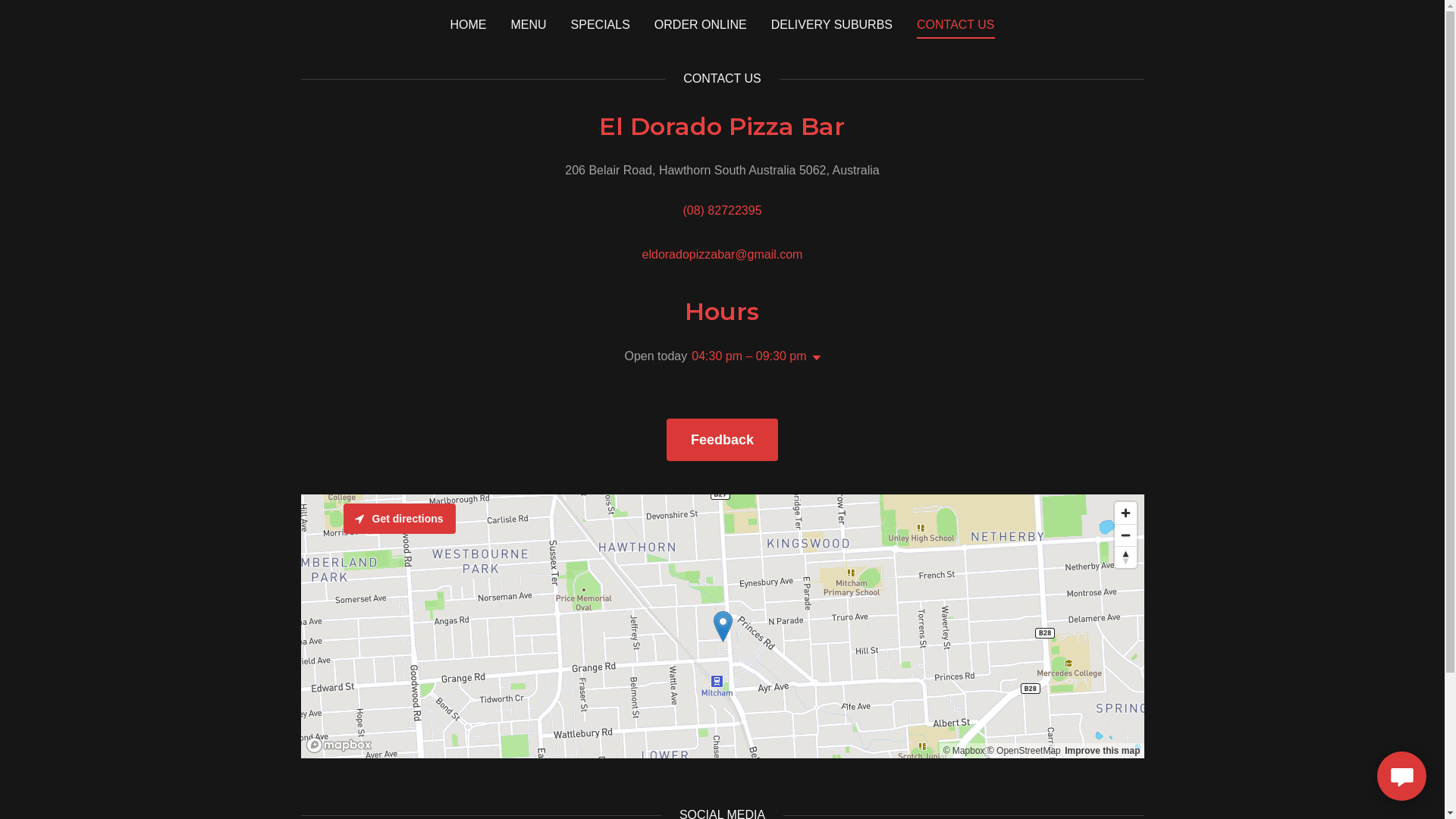  What do you see at coordinates (699, 24) in the screenshot?
I see `'ORDER ONLINE'` at bounding box center [699, 24].